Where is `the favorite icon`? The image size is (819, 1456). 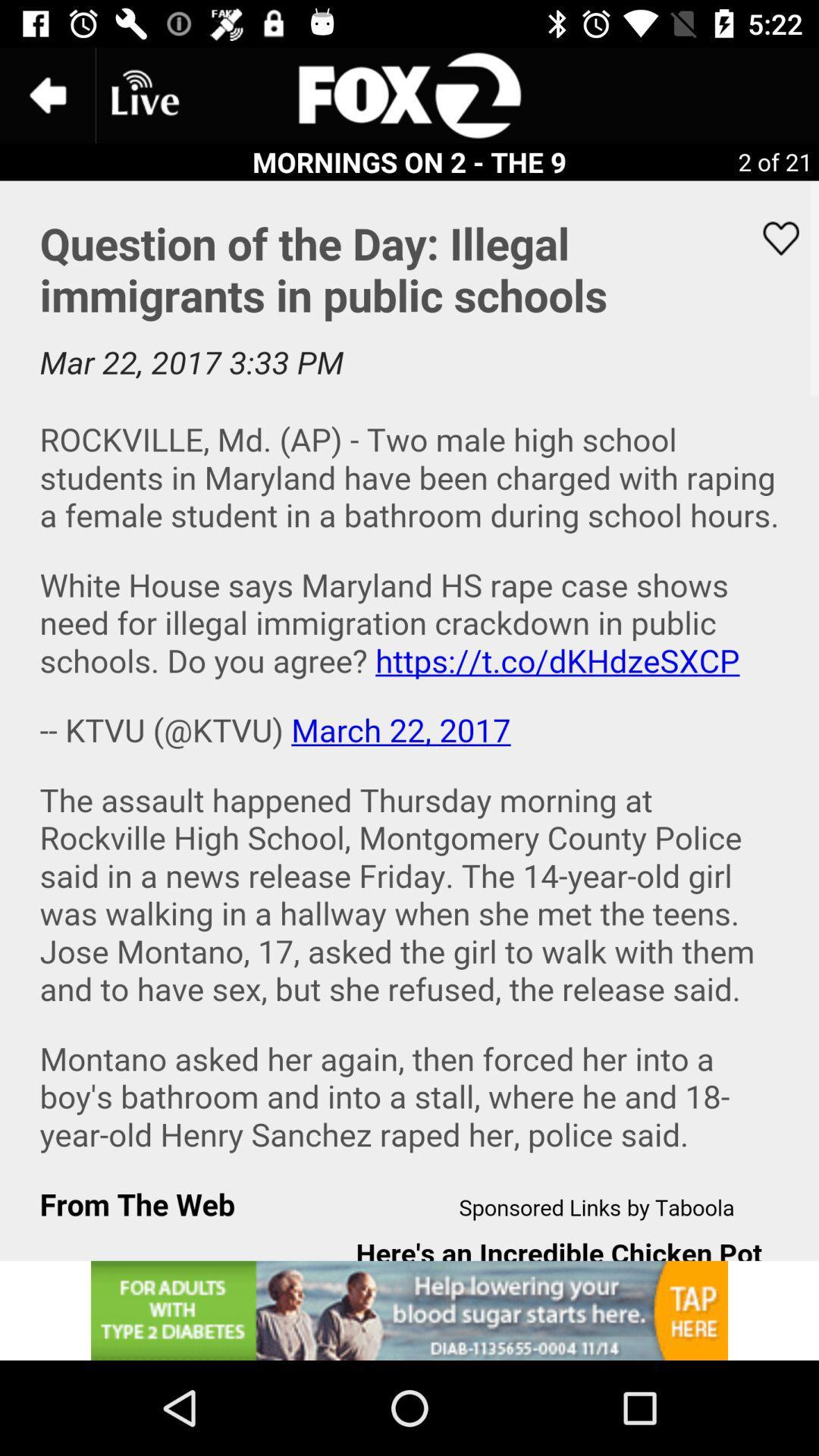
the favorite icon is located at coordinates (771, 237).